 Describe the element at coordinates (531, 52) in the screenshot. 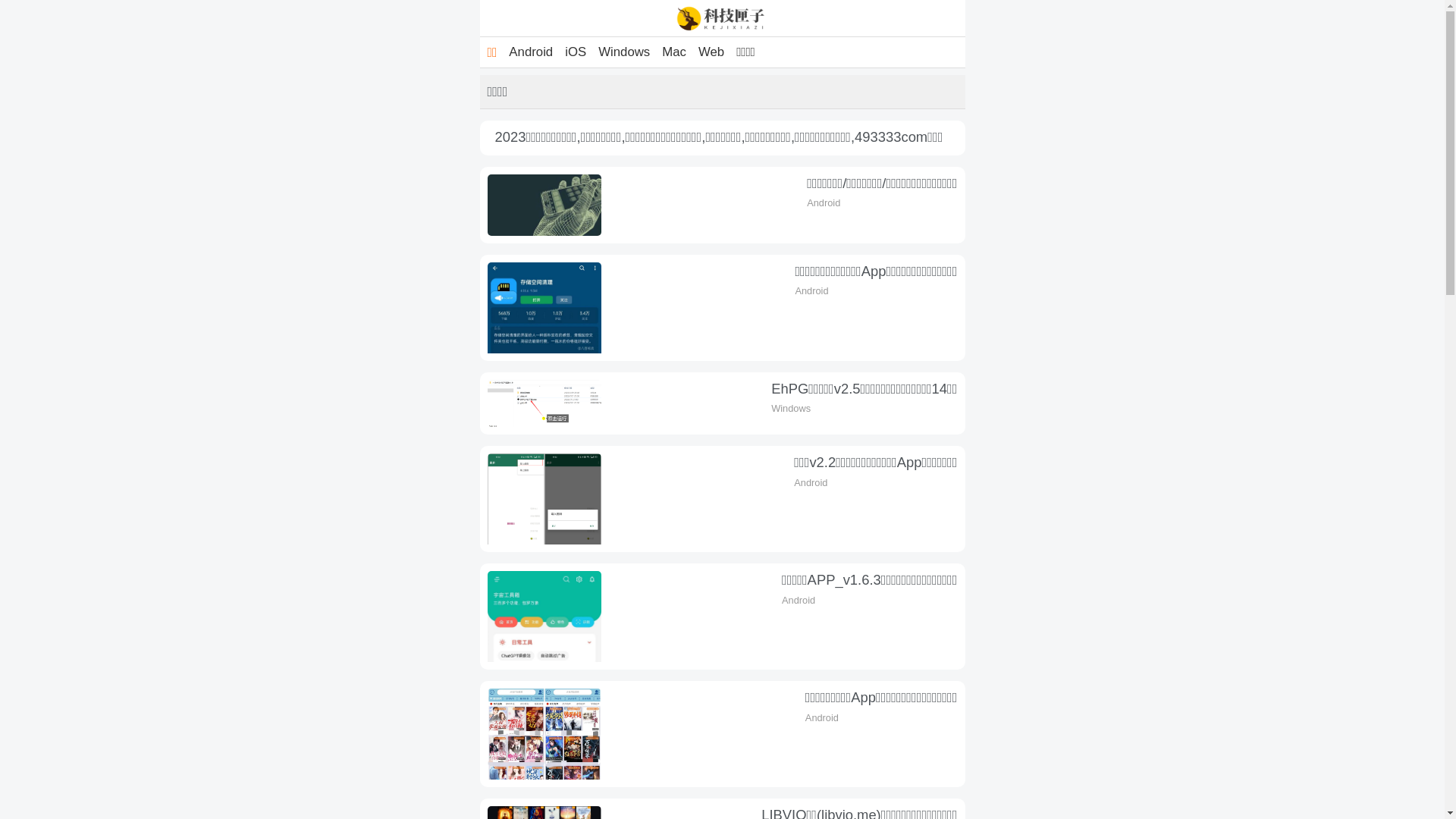

I see `'Android'` at that location.